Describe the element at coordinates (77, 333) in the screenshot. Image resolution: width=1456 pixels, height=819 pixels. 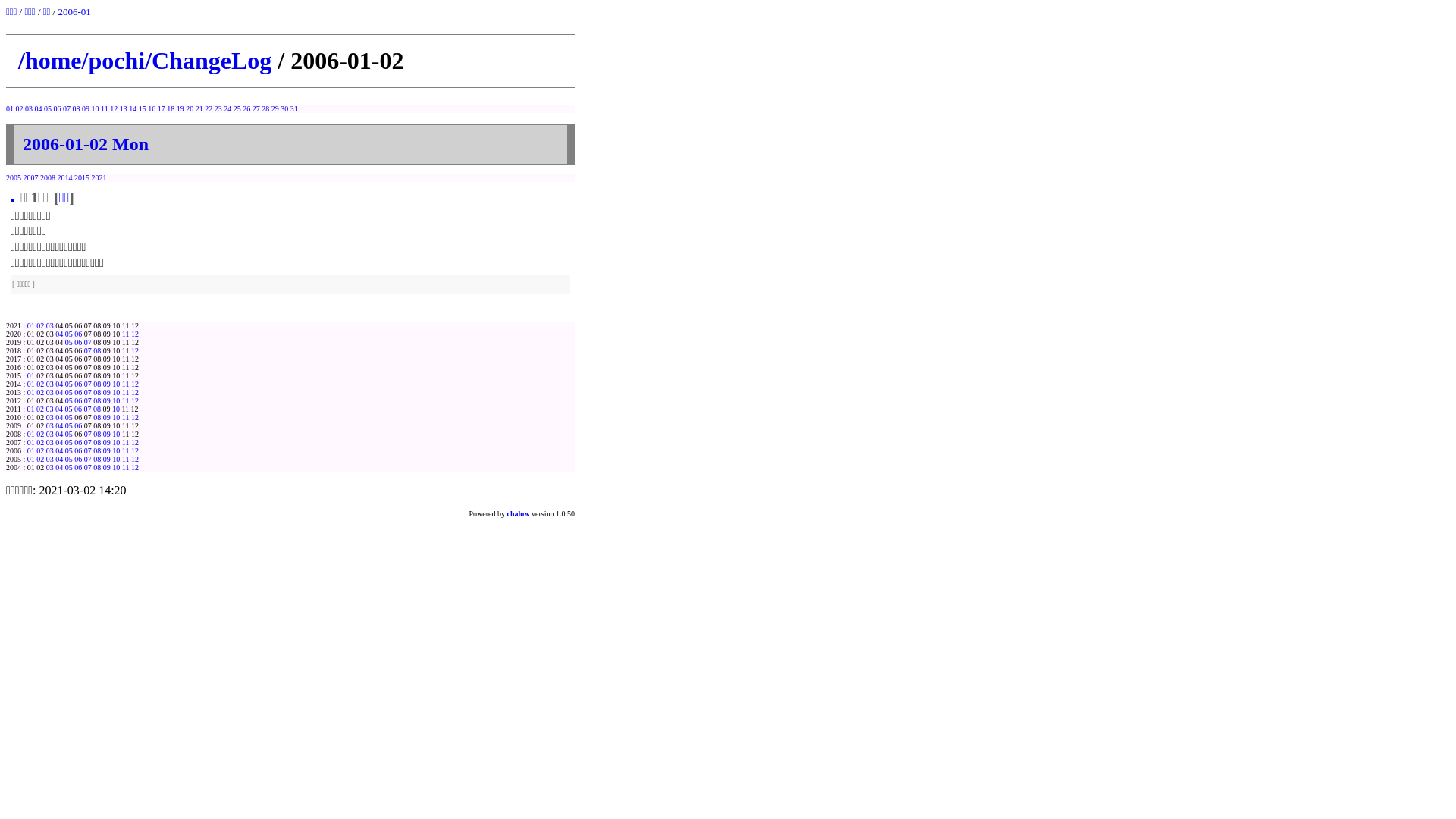
I see `'06'` at that location.